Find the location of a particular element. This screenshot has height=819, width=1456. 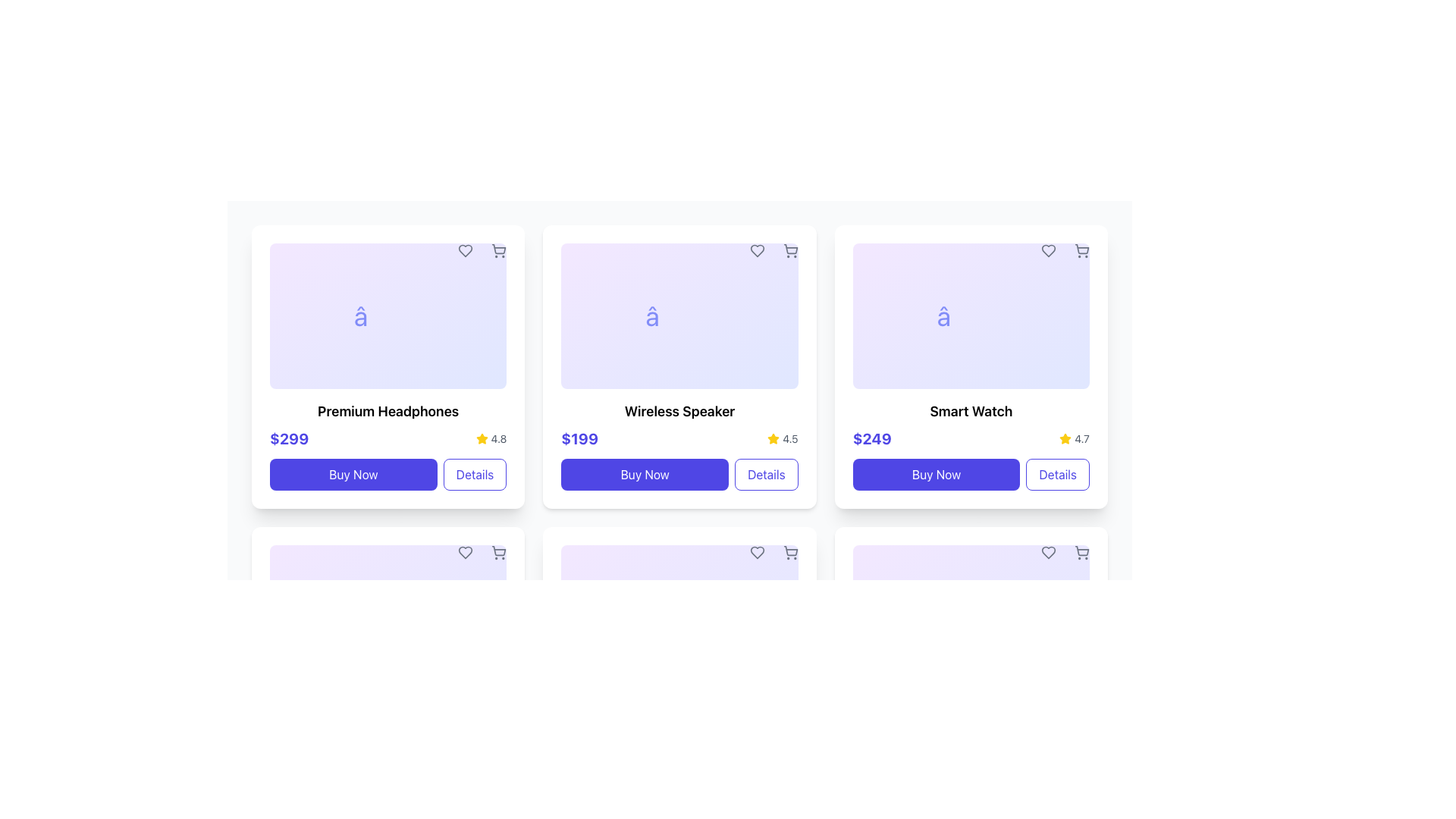

the add to cart button located in the top-right corner of the item card is located at coordinates (499, 553).